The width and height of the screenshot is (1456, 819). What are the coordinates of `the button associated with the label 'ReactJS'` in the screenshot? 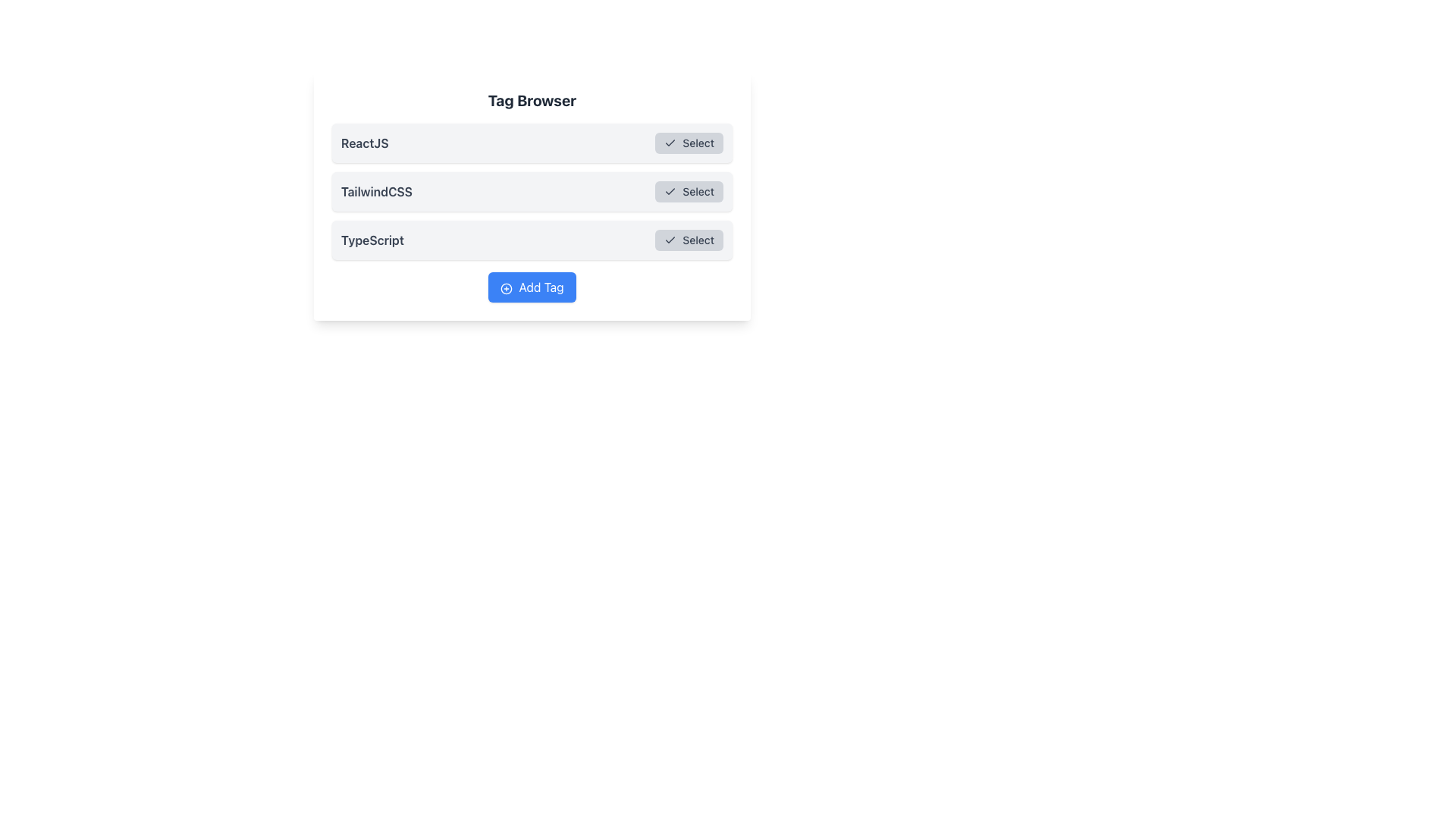 It's located at (689, 143).